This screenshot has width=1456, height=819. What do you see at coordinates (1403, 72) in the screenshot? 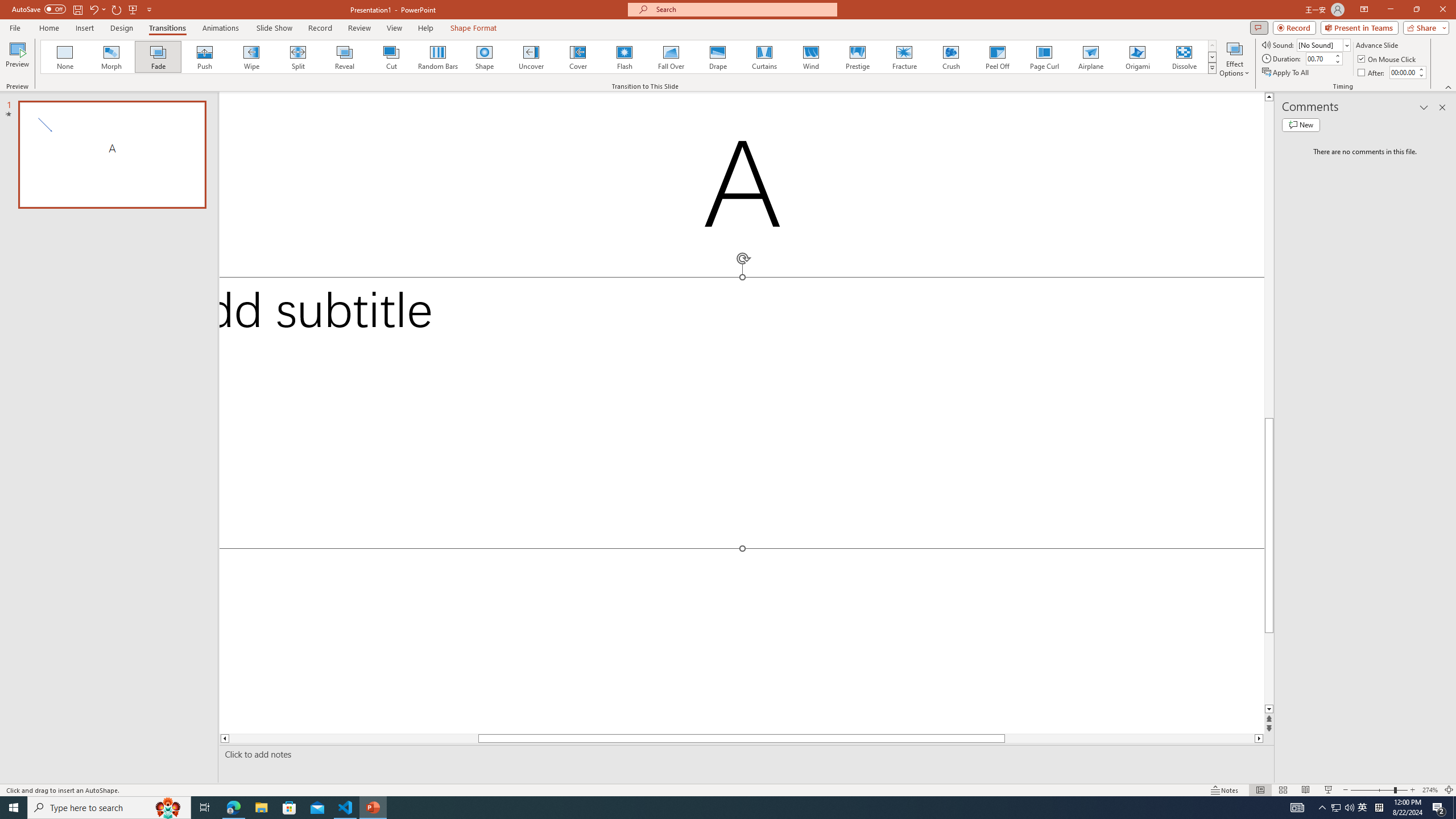
I see `'After'` at bounding box center [1403, 72].